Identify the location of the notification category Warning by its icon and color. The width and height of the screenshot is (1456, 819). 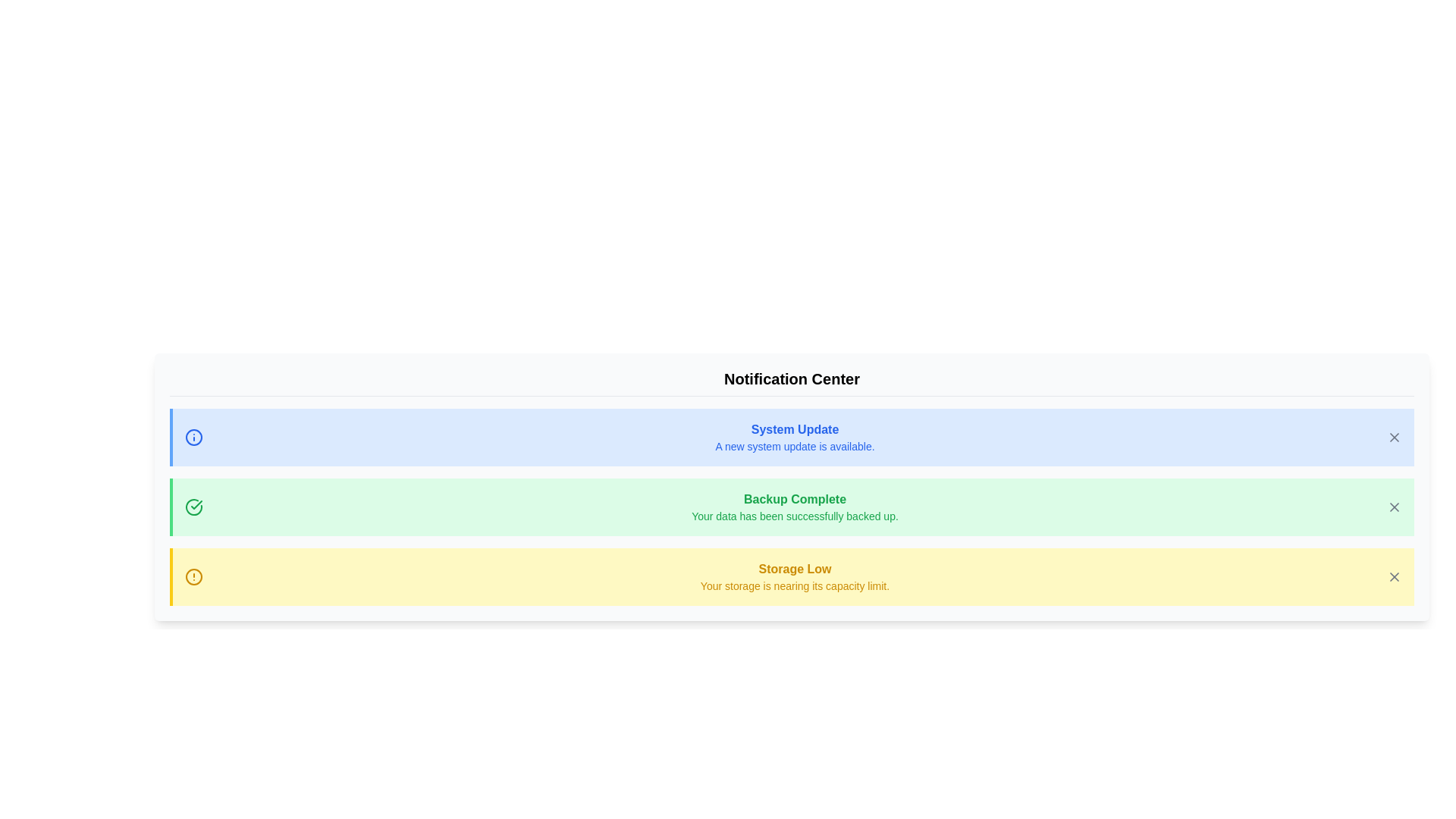
(193, 576).